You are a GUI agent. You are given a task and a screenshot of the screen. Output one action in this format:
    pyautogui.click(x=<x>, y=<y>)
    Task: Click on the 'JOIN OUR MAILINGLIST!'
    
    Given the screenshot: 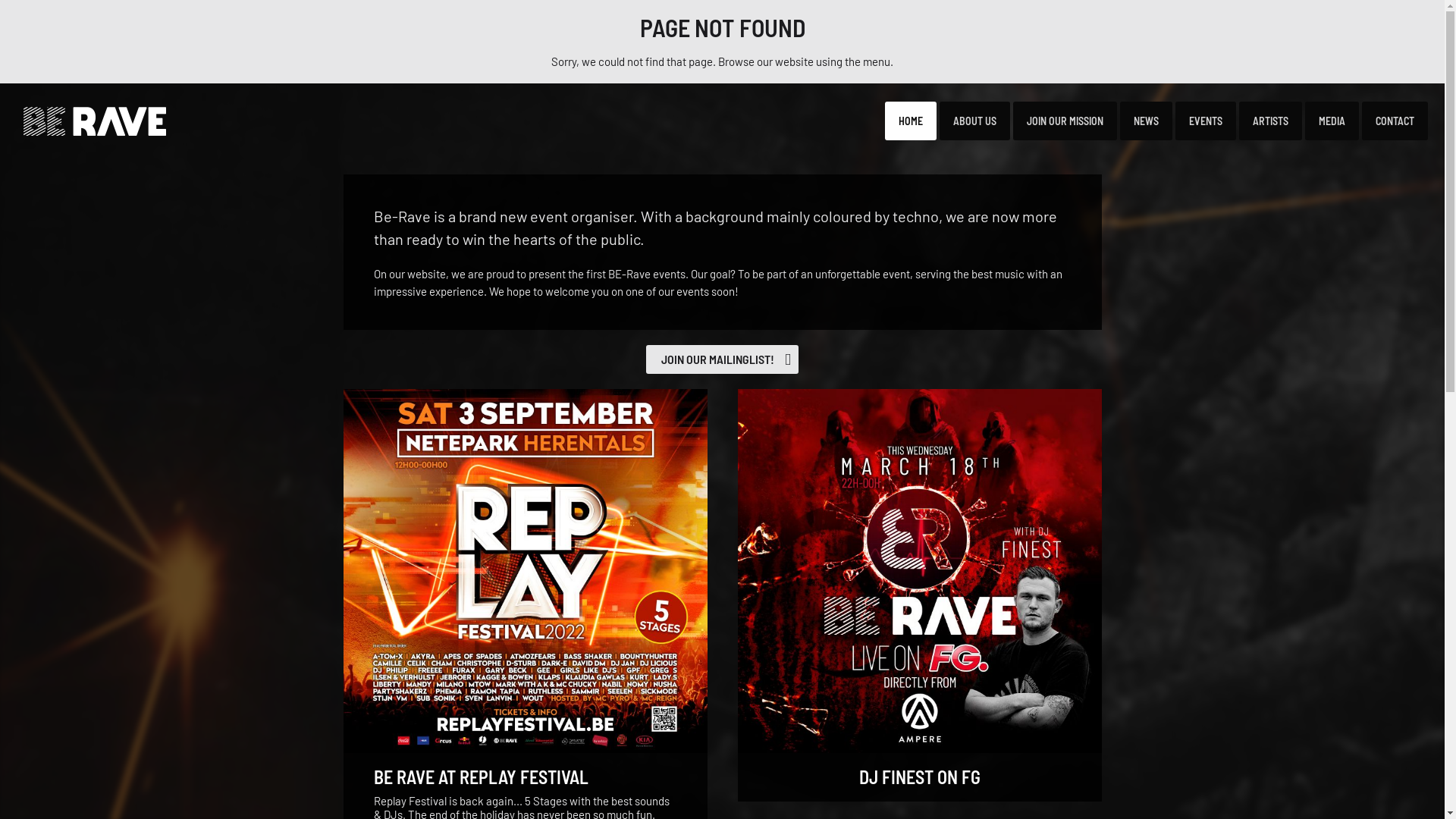 What is the action you would take?
    pyautogui.click(x=721, y=359)
    